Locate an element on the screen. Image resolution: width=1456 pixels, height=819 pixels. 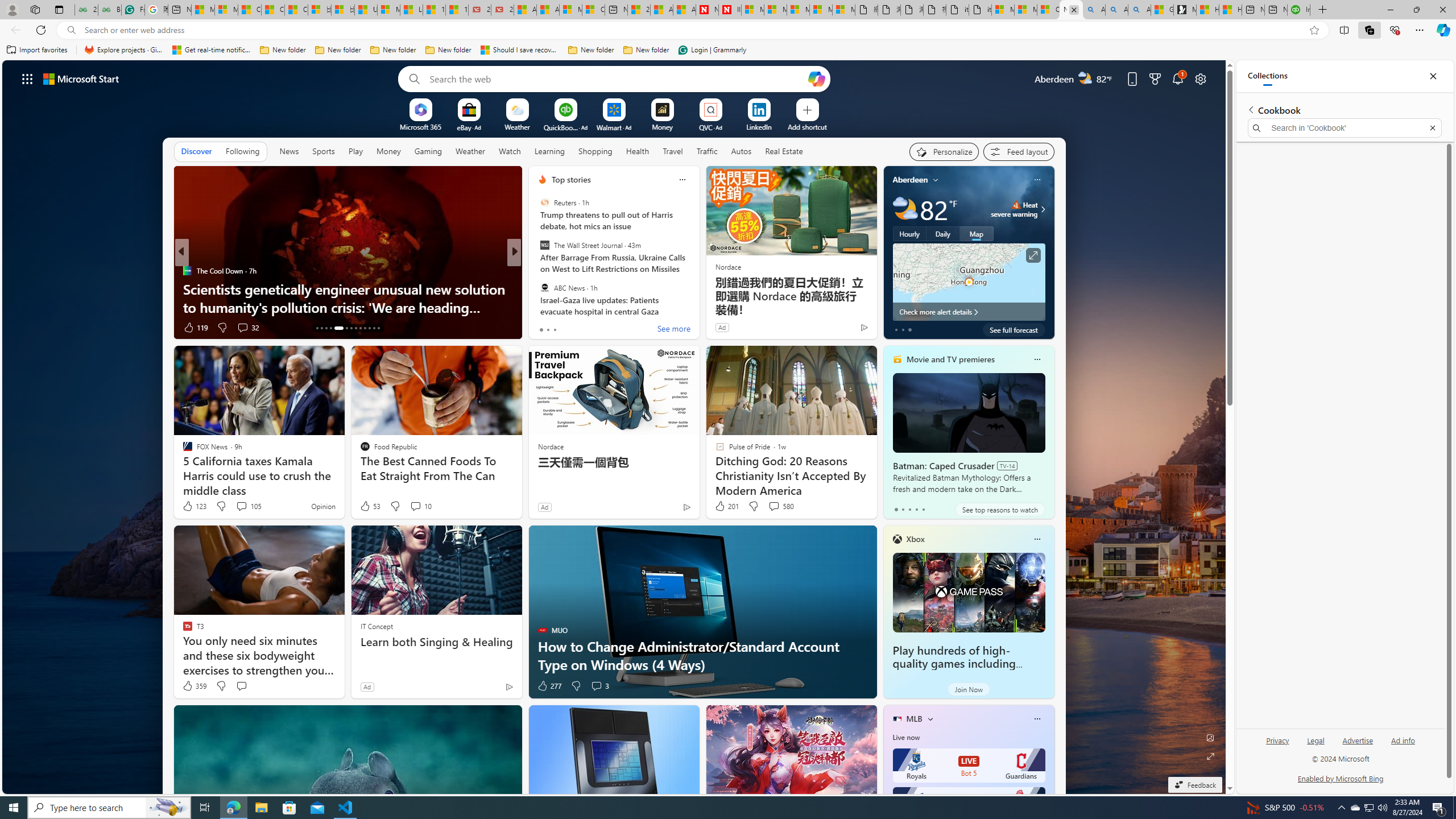
'AutomationID: waffle' is located at coordinates (27, 78).